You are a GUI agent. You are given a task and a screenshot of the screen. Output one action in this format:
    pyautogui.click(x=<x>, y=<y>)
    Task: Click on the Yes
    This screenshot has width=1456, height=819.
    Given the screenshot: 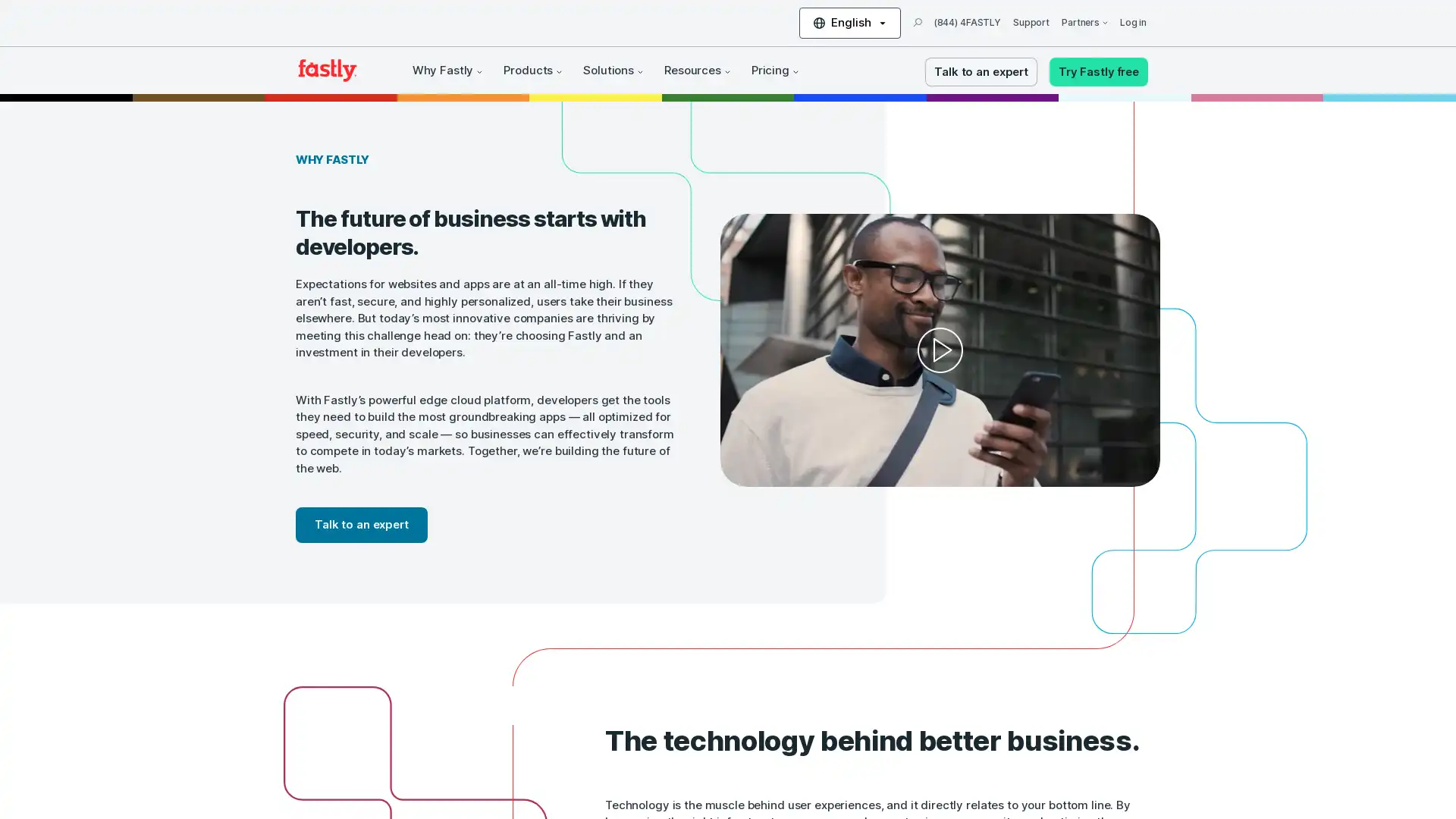 What is the action you would take?
    pyautogui.click(x=154, y=721)
    